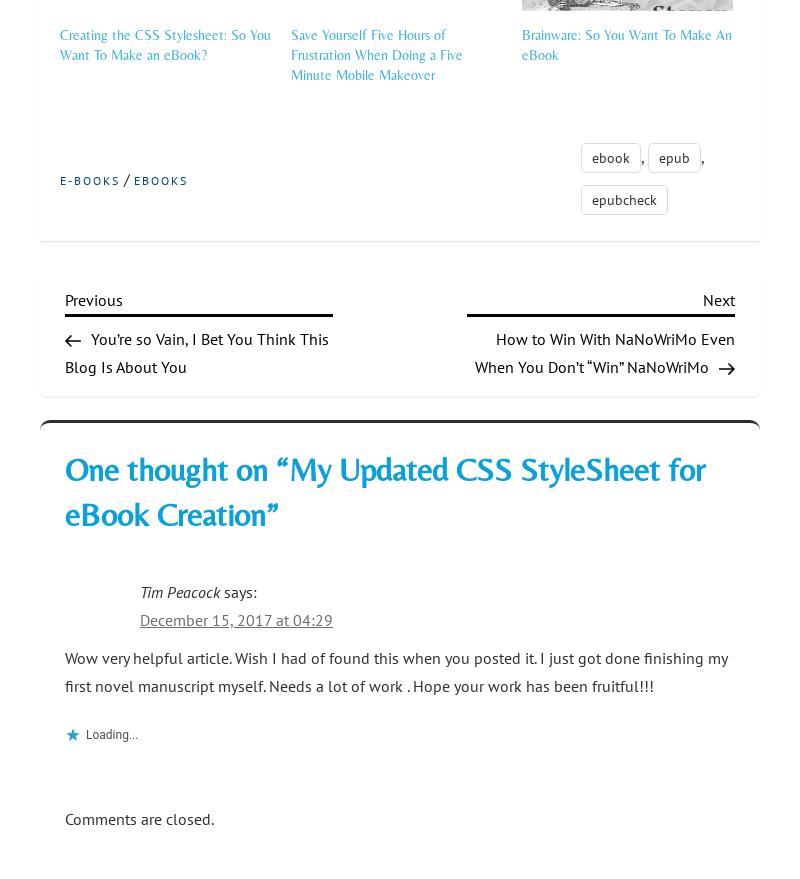  What do you see at coordinates (139, 816) in the screenshot?
I see `'Comments are closed.'` at bounding box center [139, 816].